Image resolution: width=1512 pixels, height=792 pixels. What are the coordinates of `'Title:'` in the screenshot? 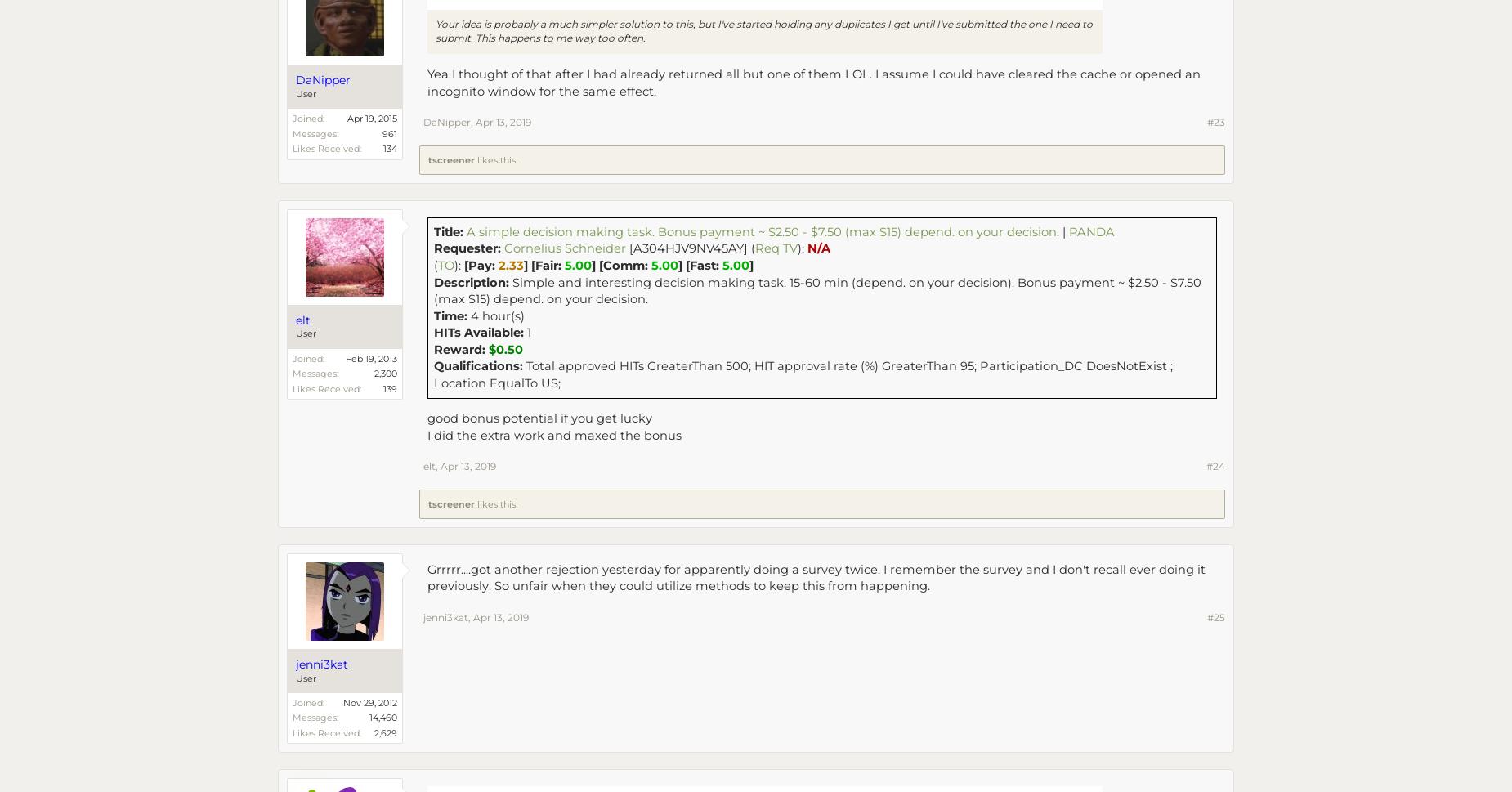 It's located at (449, 231).